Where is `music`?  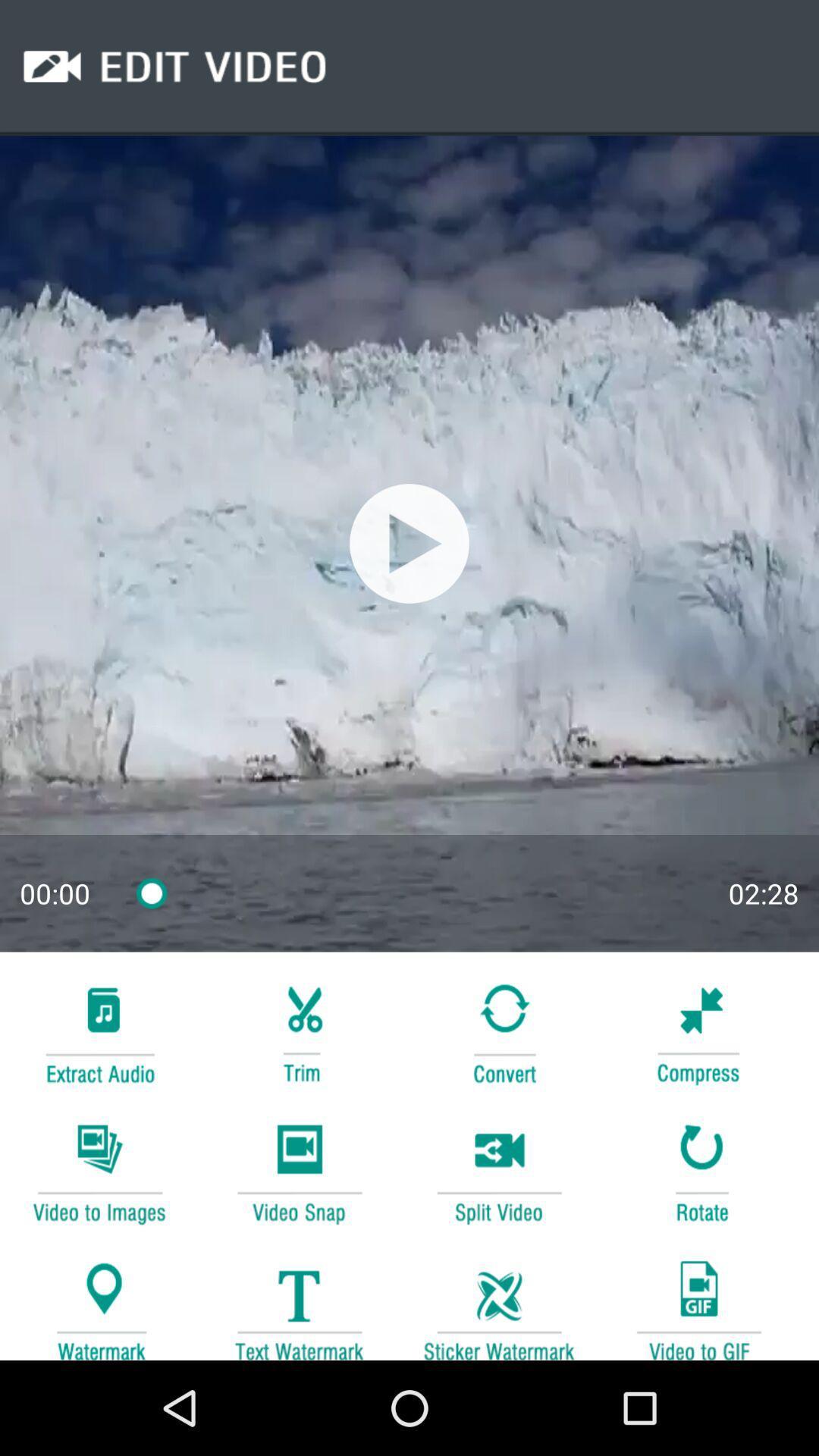
music is located at coordinates (99, 1031).